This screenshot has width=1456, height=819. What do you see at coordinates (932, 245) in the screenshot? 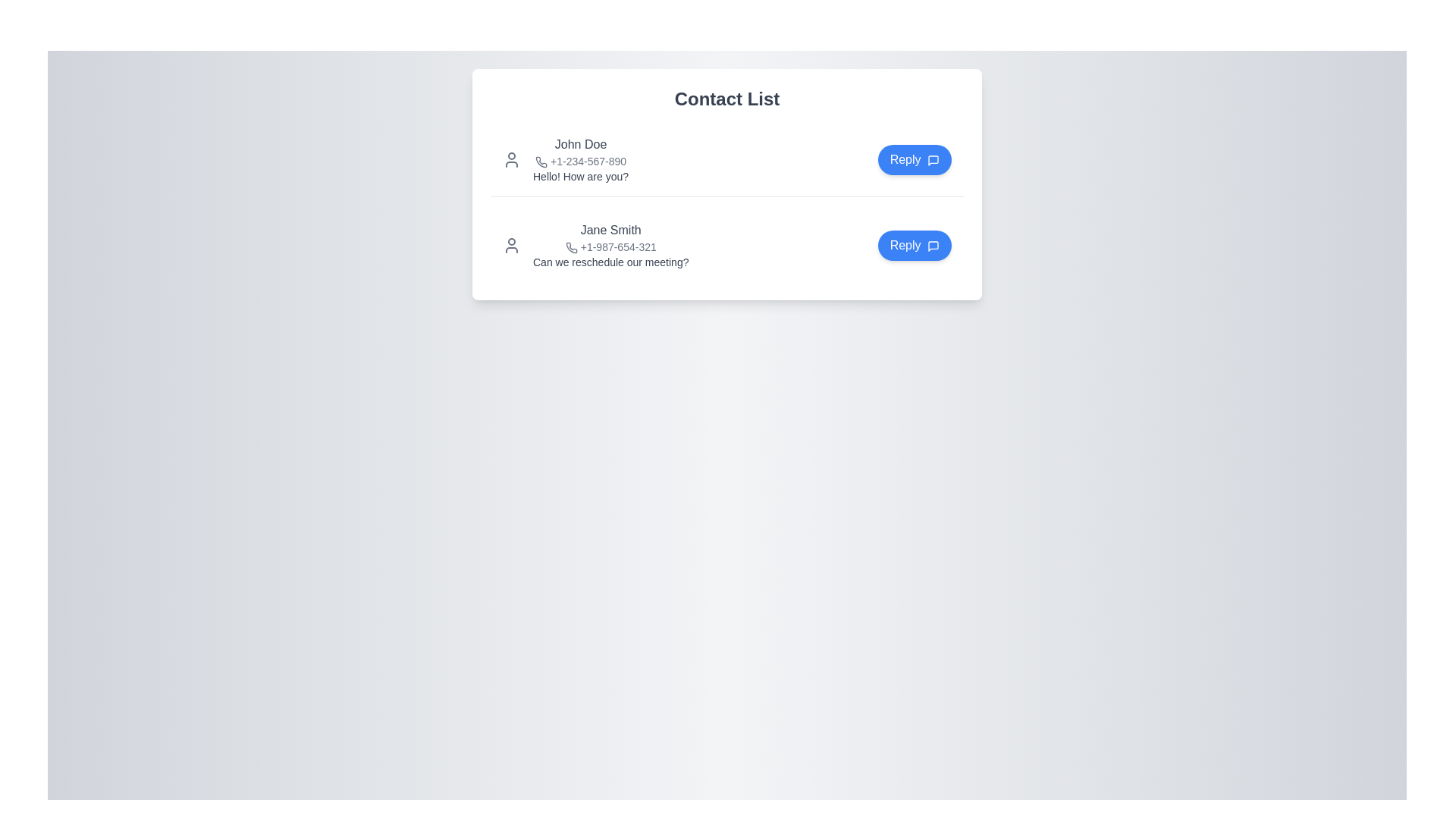
I see `the speech bubble icon with a blue outline located inside the 'Reply' button, which is positioned to the right of the 'Jane Smith' contact entry` at bounding box center [932, 245].